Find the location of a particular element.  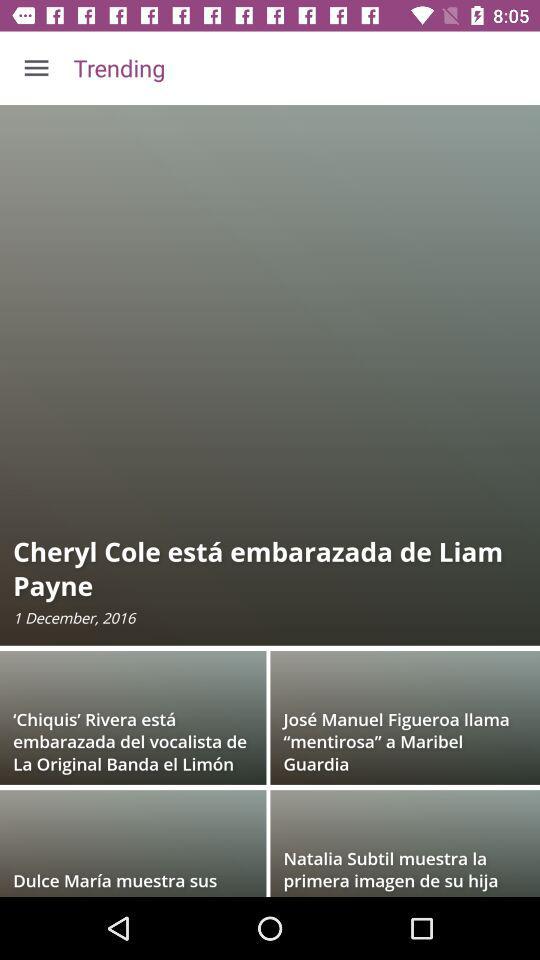

advertisement page is located at coordinates (270, 500).